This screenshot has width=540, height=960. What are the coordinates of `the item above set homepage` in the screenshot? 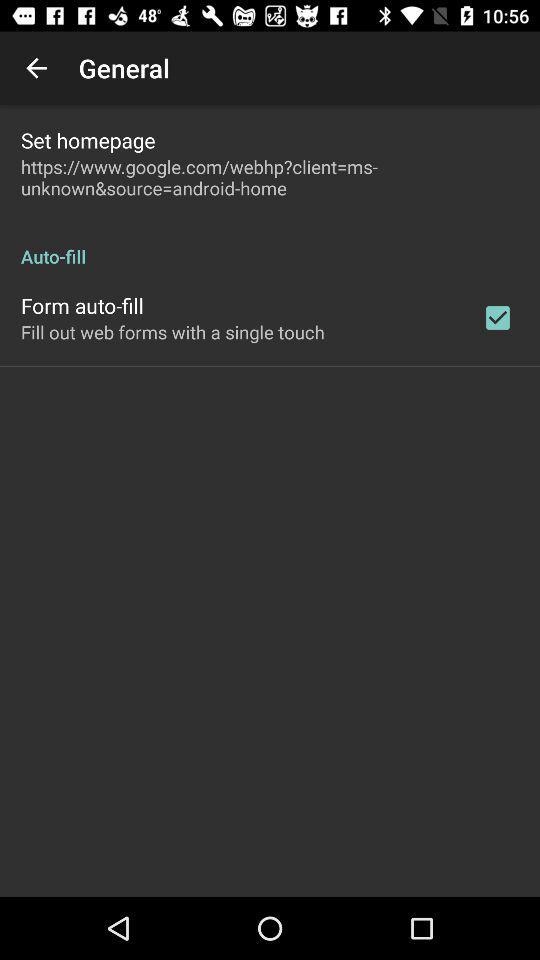 It's located at (36, 68).